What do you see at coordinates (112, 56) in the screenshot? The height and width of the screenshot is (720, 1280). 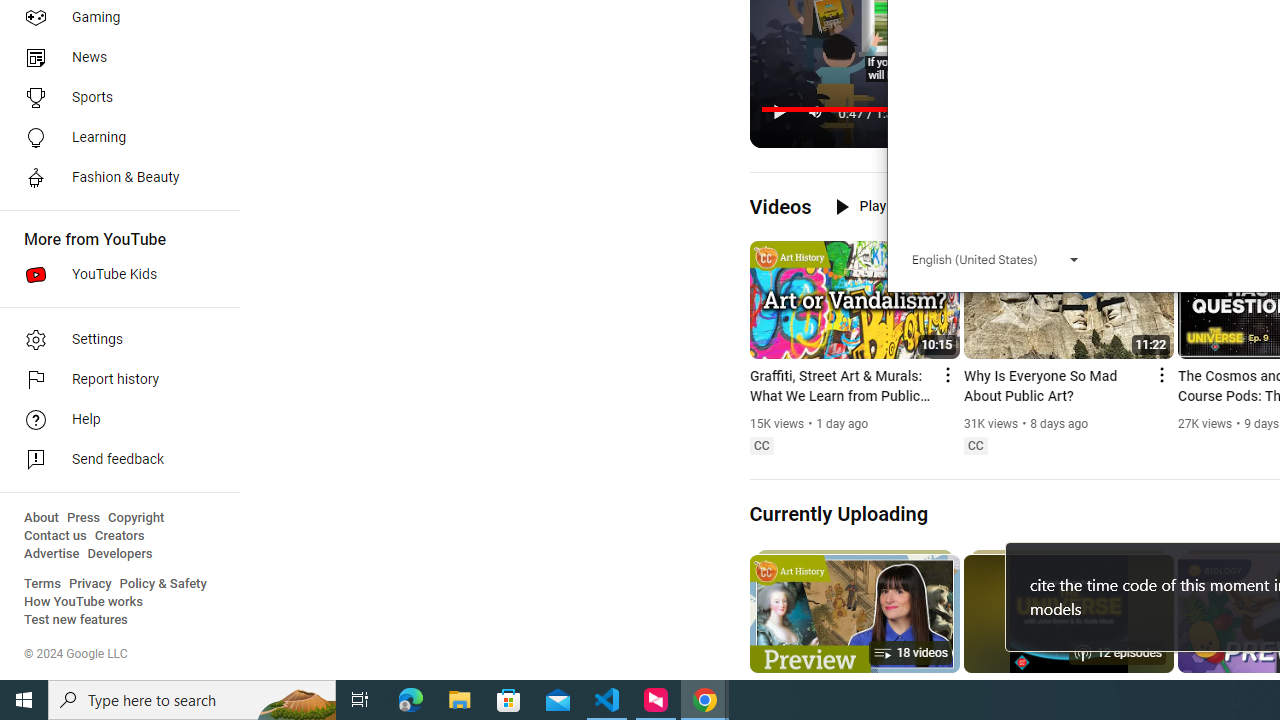 I see `'News'` at bounding box center [112, 56].